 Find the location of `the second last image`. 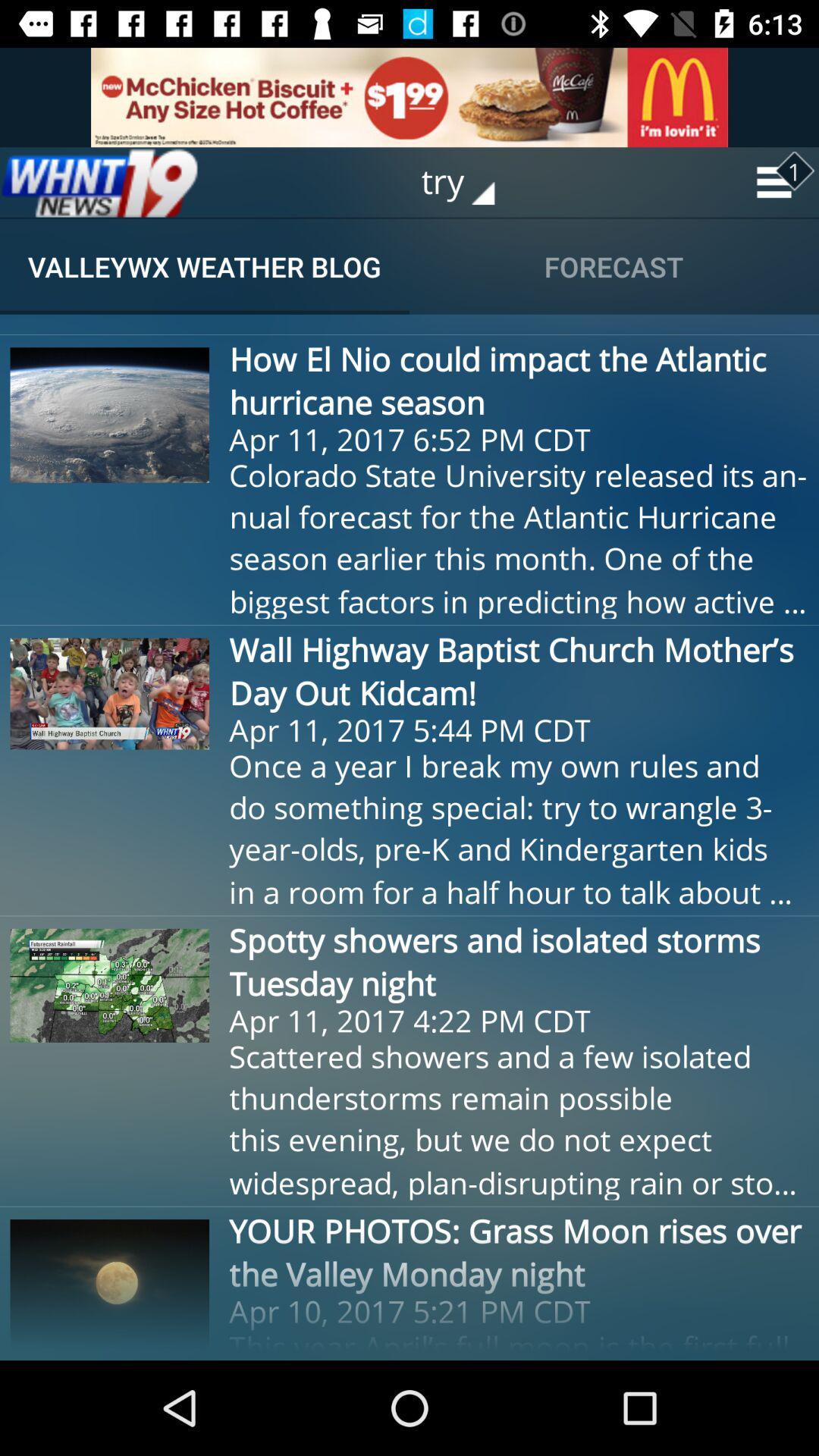

the second last image is located at coordinates (109, 986).